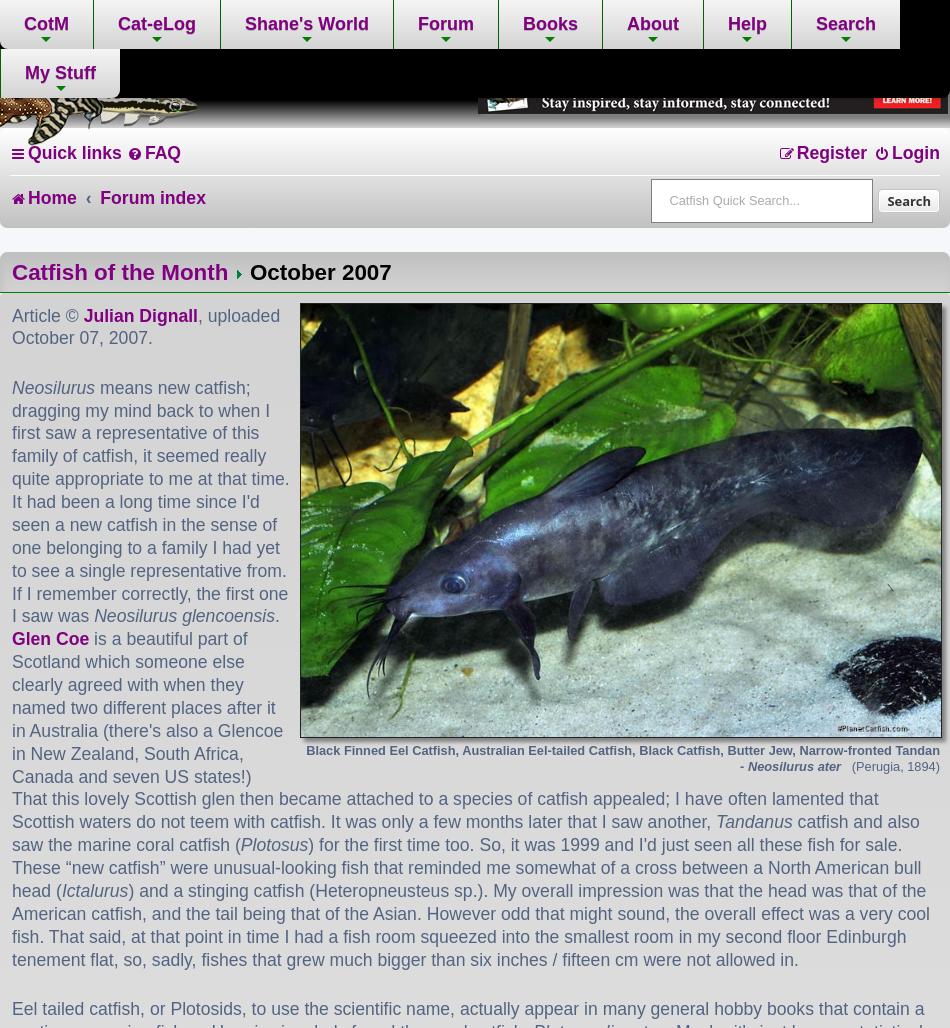 This screenshot has height=1028, width=950. Describe the element at coordinates (60, 71) in the screenshot. I see `'My Stuff'` at that location.